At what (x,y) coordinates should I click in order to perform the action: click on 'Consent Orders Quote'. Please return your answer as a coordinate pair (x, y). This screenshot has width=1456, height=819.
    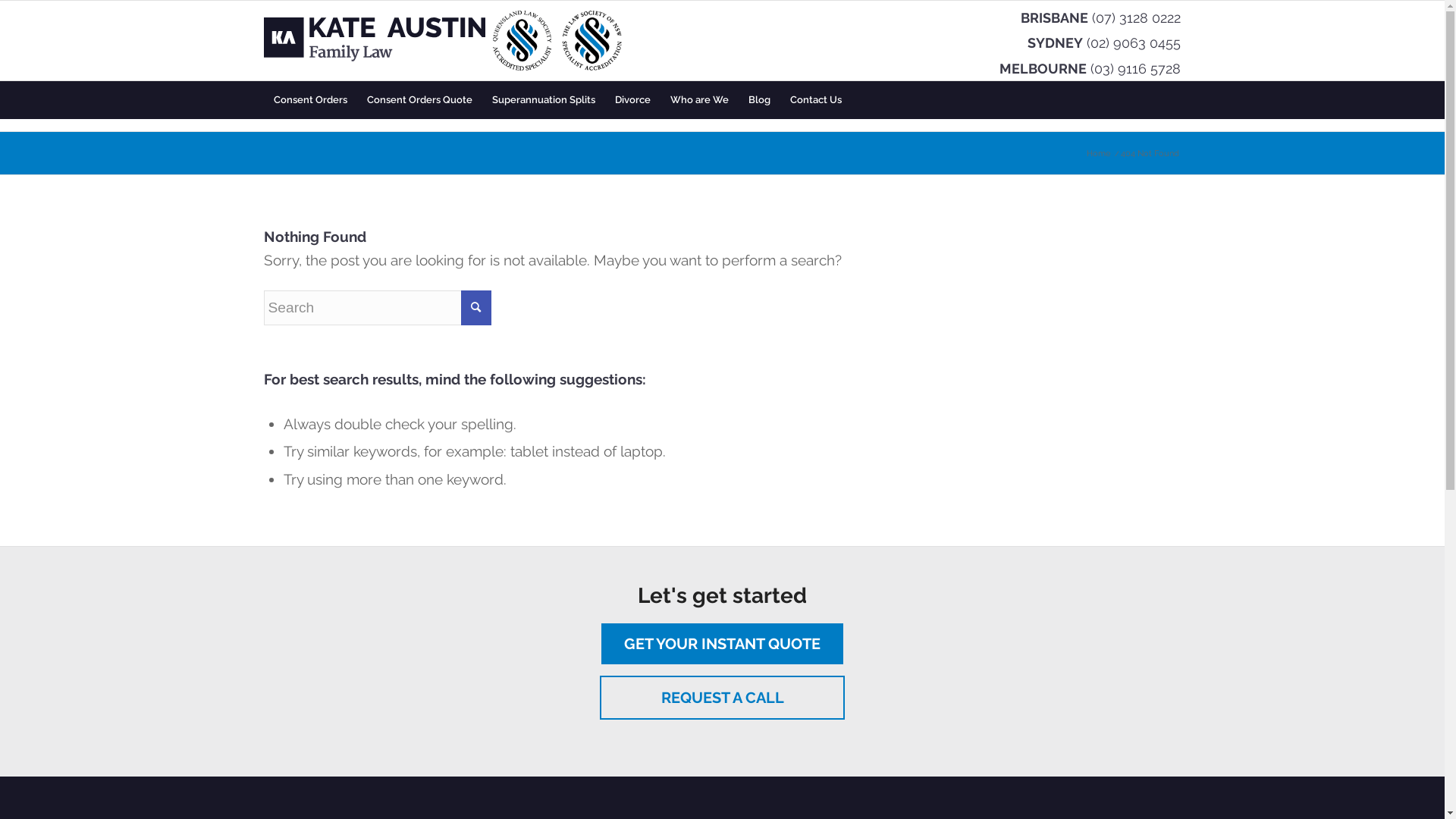
    Looking at the image, I should click on (356, 99).